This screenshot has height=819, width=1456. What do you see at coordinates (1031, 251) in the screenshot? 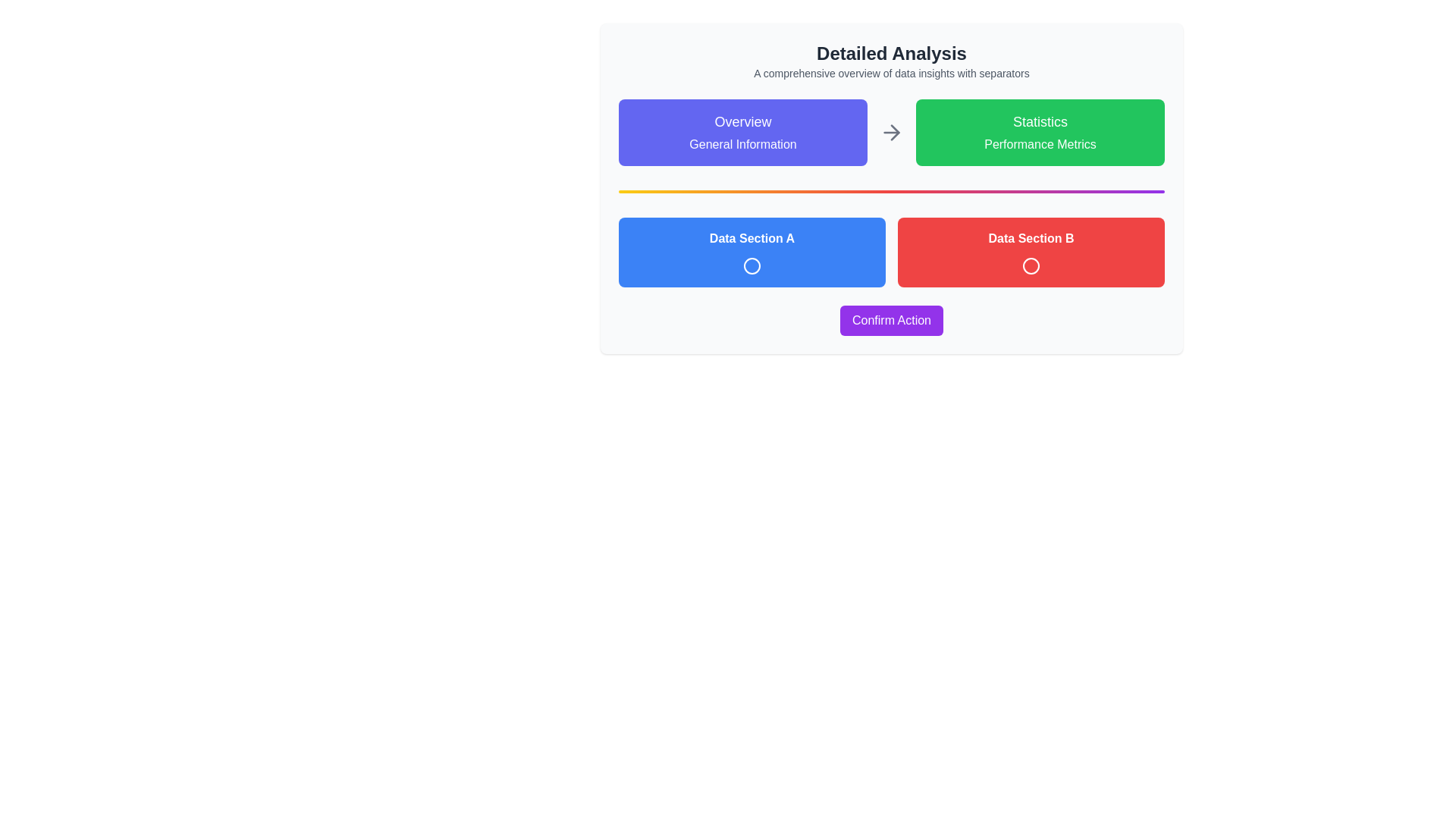
I see `the red rectangular button labeled 'Data Section B'` at bounding box center [1031, 251].